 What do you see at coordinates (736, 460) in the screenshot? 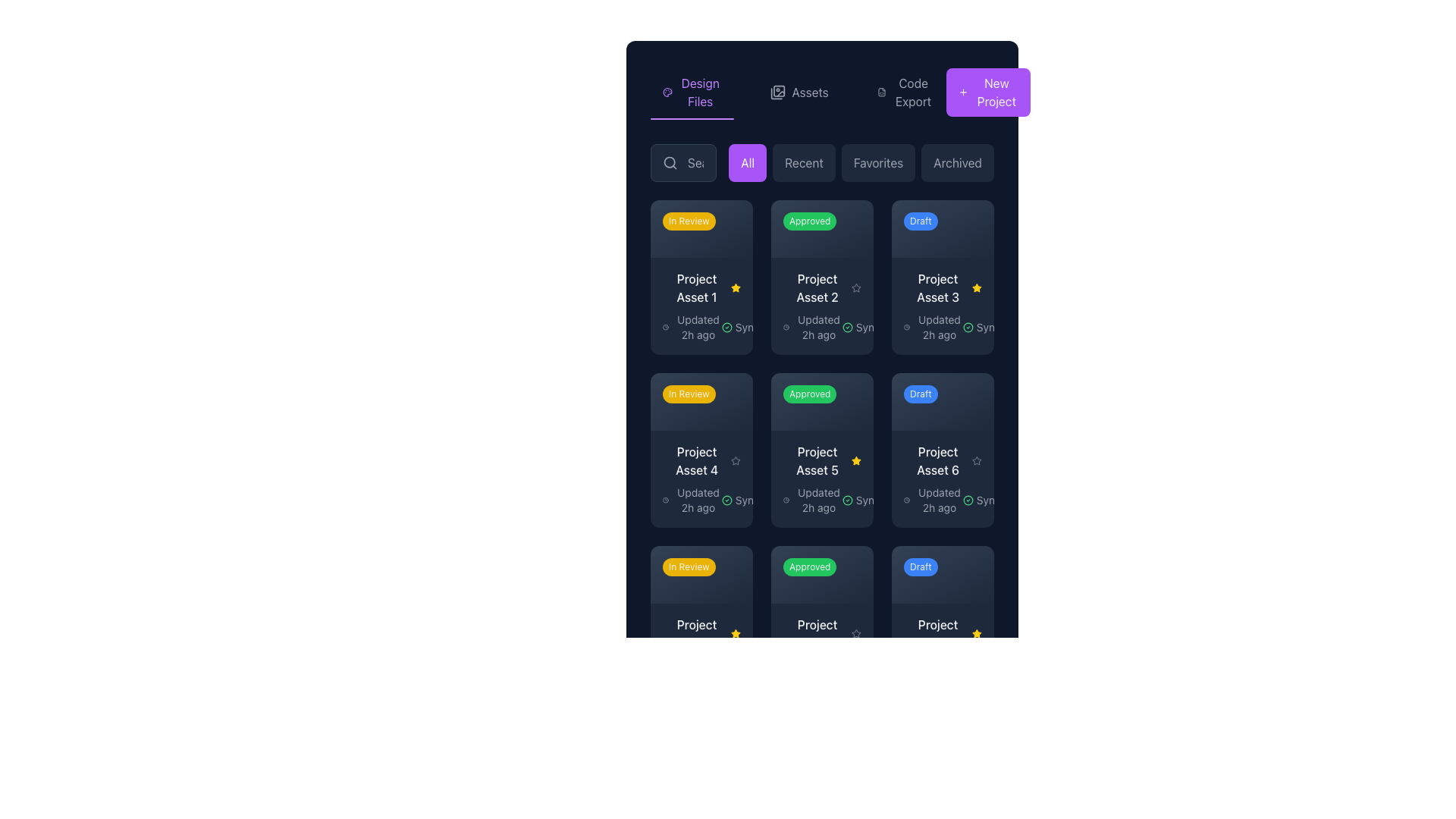
I see `the inactive star icon located to the right of 'Project Asset 4'` at bounding box center [736, 460].